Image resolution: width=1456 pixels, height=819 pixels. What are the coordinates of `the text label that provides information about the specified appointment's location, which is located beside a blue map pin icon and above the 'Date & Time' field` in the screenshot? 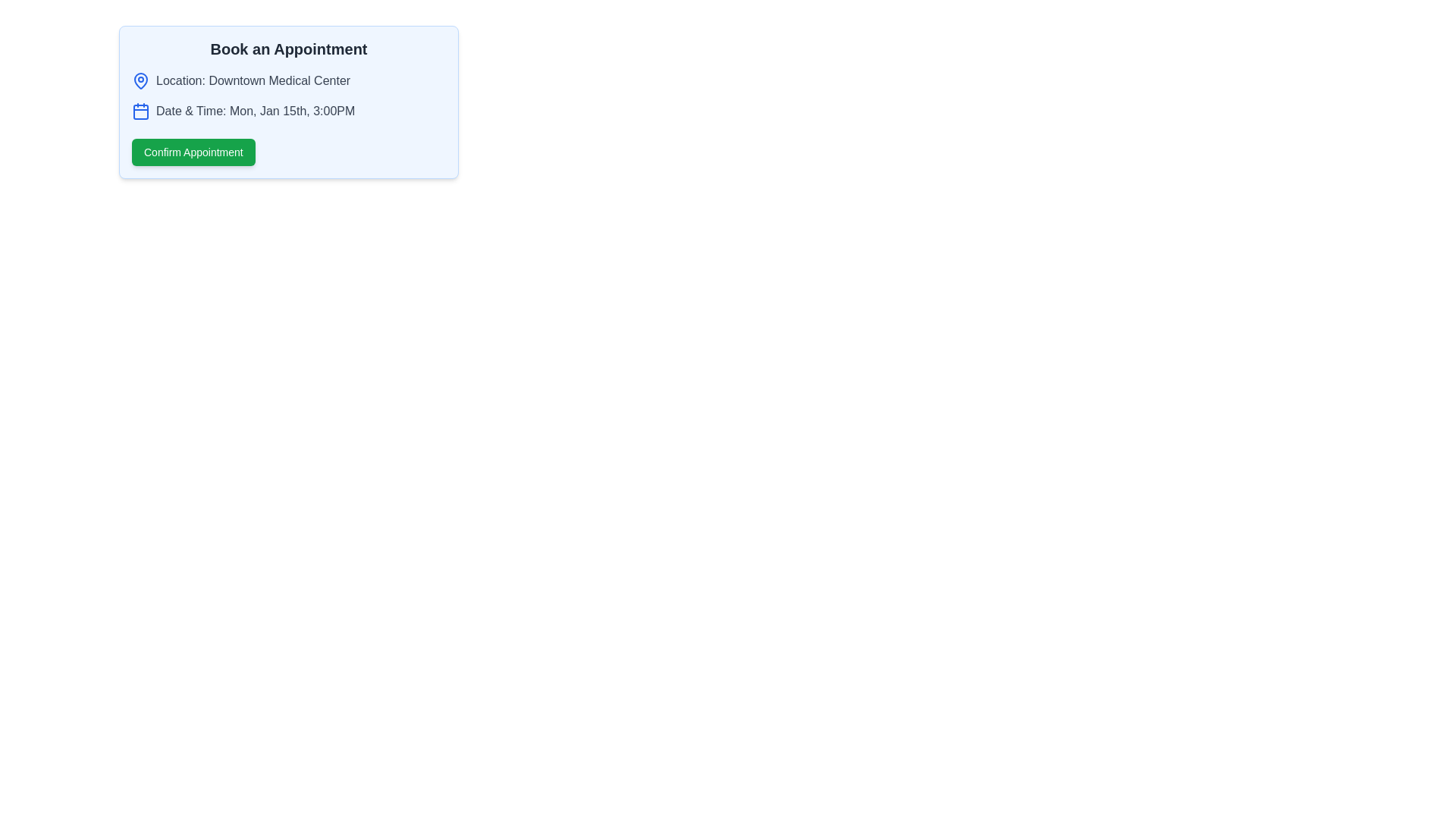 It's located at (253, 81).